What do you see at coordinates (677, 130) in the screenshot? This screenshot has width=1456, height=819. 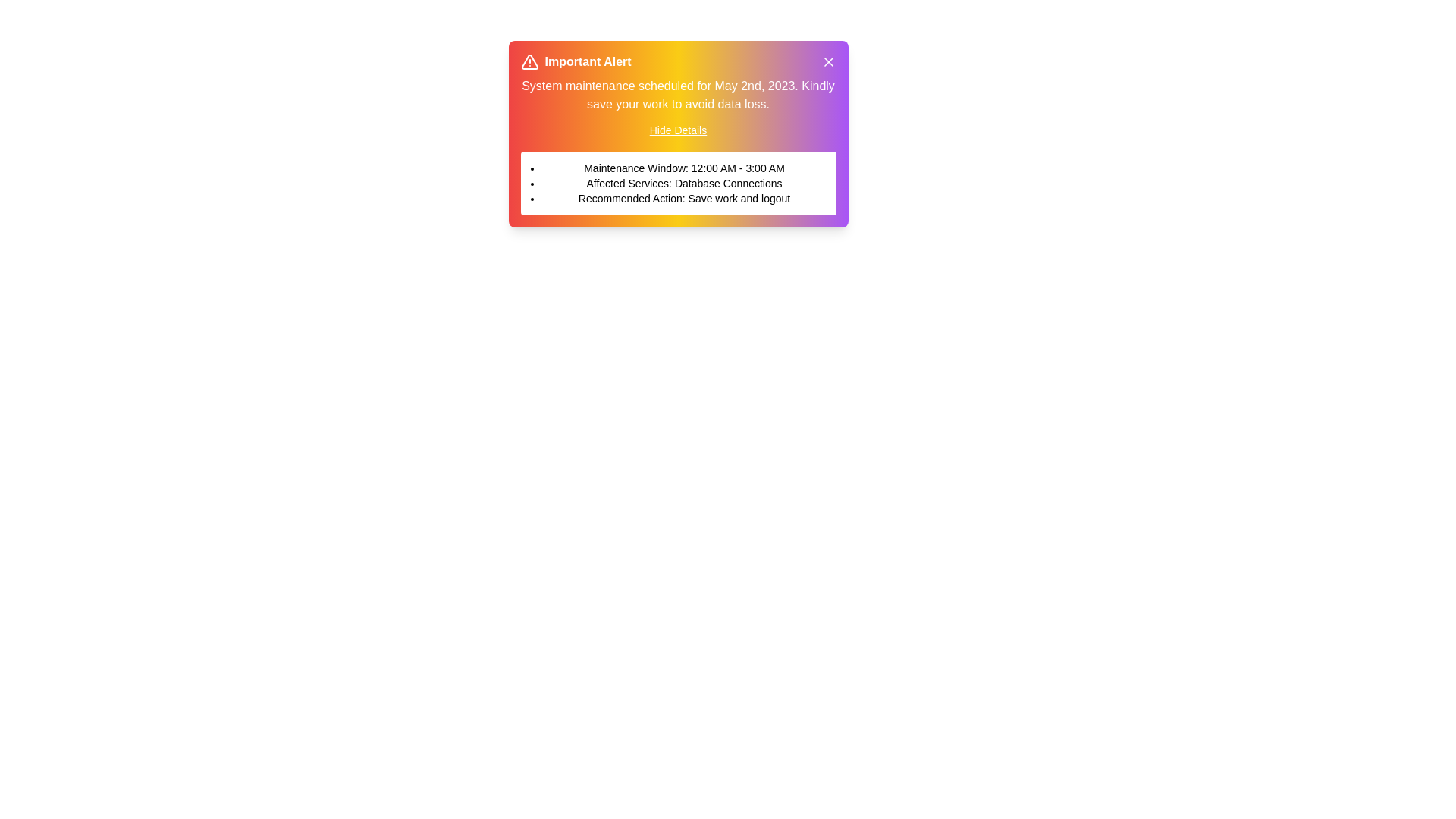 I see `the 'Hide Details' button to toggle the details section` at bounding box center [677, 130].